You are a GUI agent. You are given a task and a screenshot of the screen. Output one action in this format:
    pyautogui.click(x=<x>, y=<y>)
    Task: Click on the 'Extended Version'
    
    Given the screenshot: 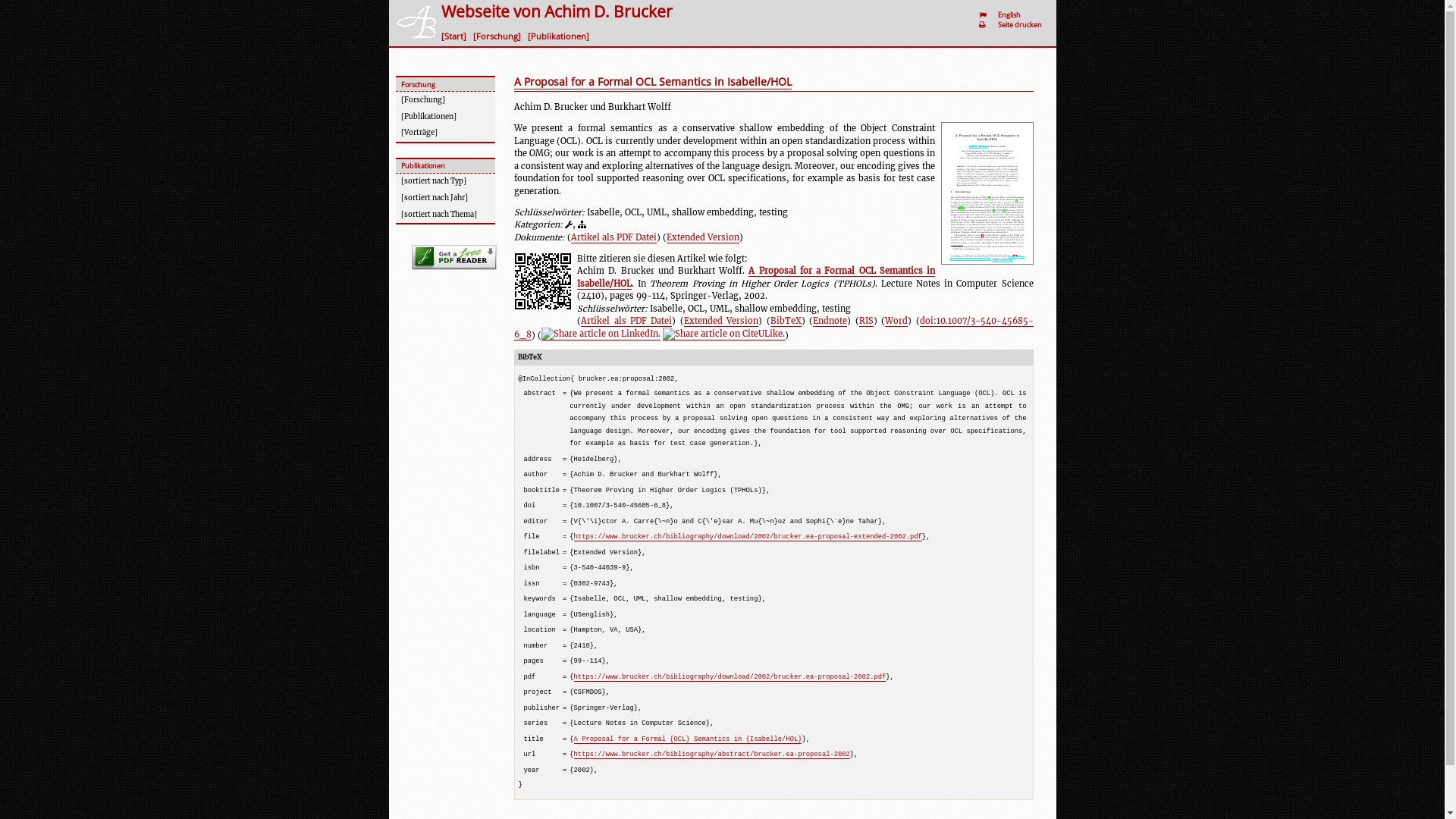 What is the action you would take?
    pyautogui.click(x=701, y=237)
    